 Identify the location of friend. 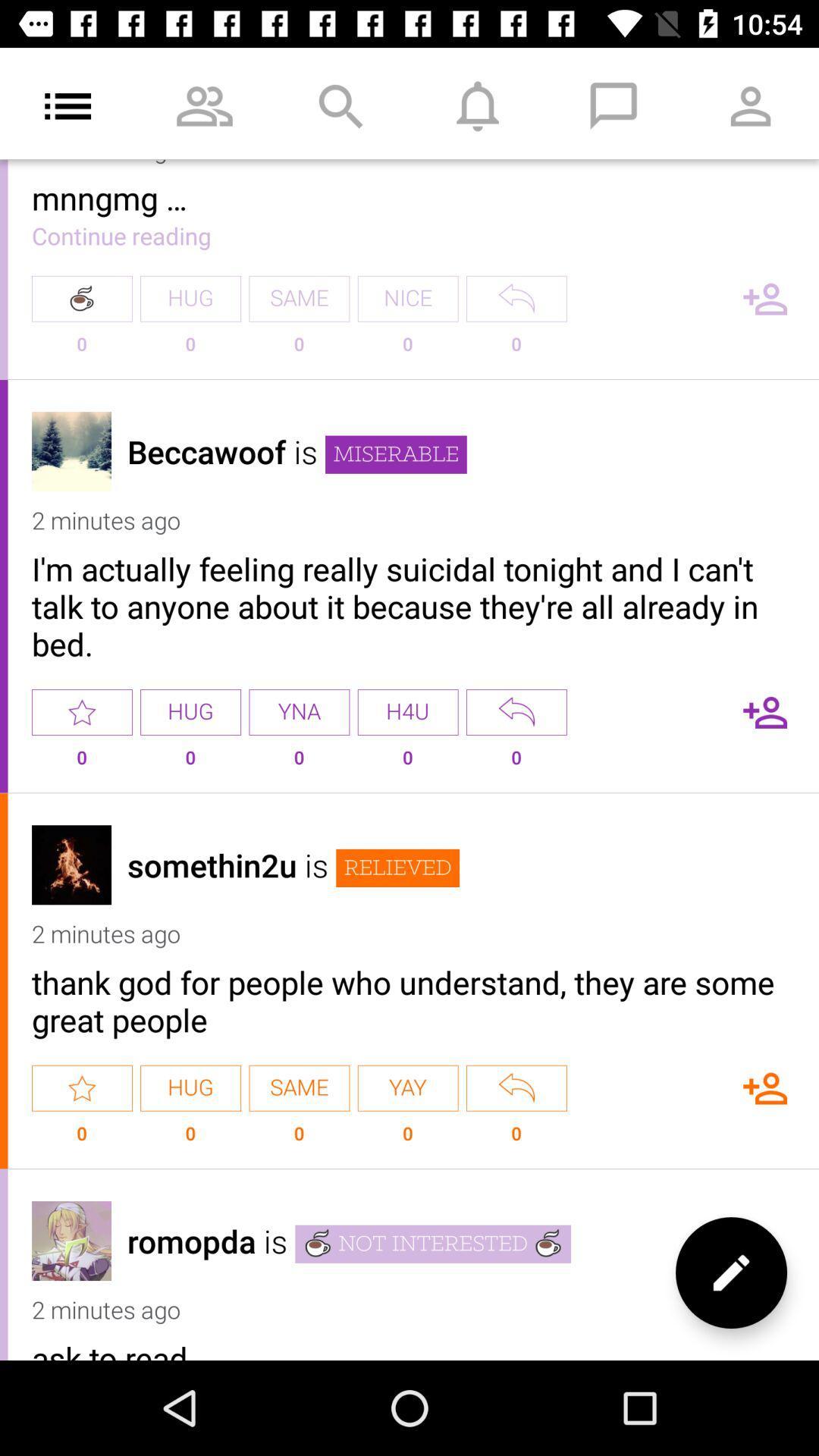
(765, 711).